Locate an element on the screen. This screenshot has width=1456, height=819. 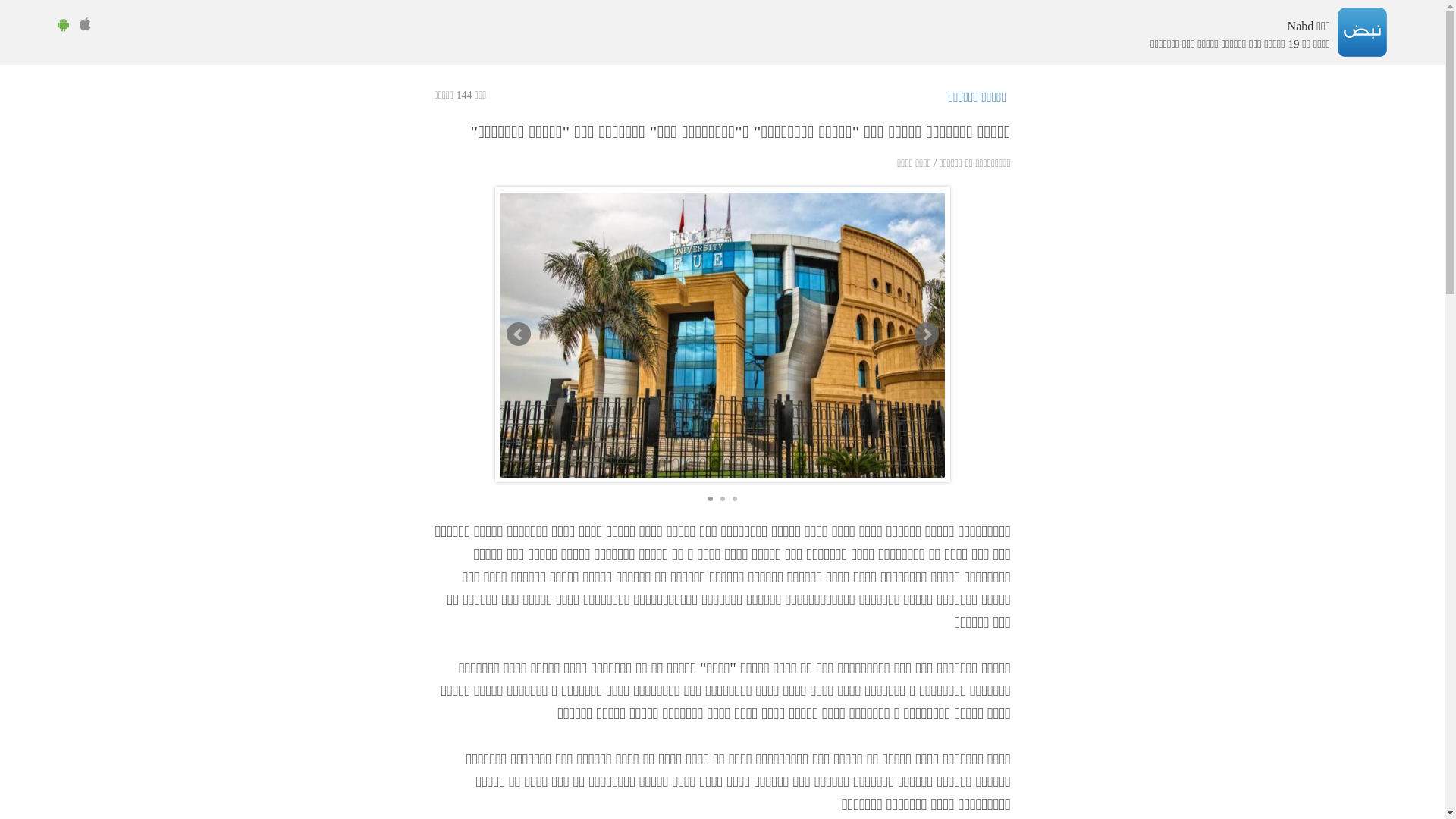
'3' is located at coordinates (735, 499).